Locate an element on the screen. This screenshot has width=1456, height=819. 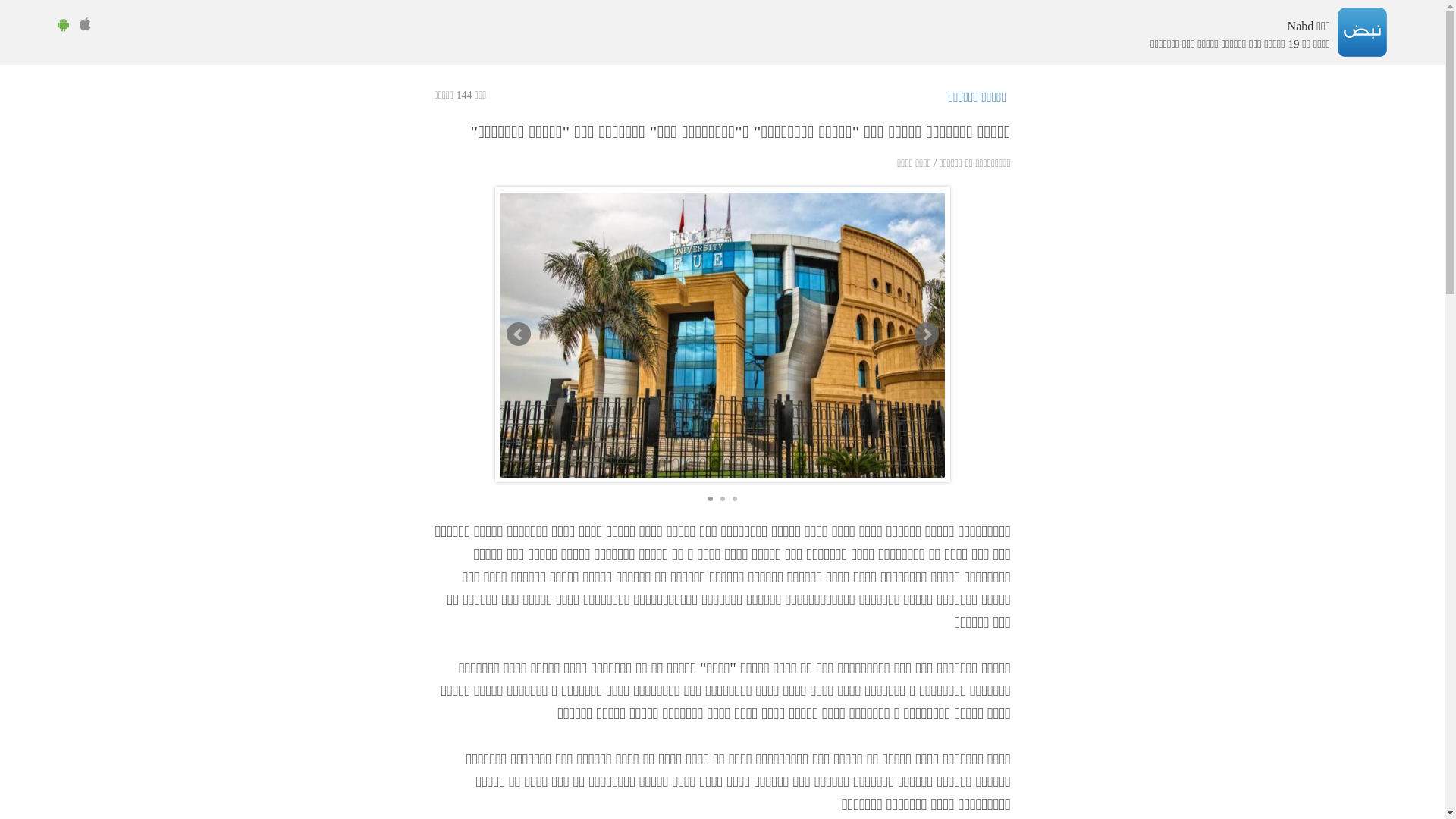
'3' is located at coordinates (735, 499).